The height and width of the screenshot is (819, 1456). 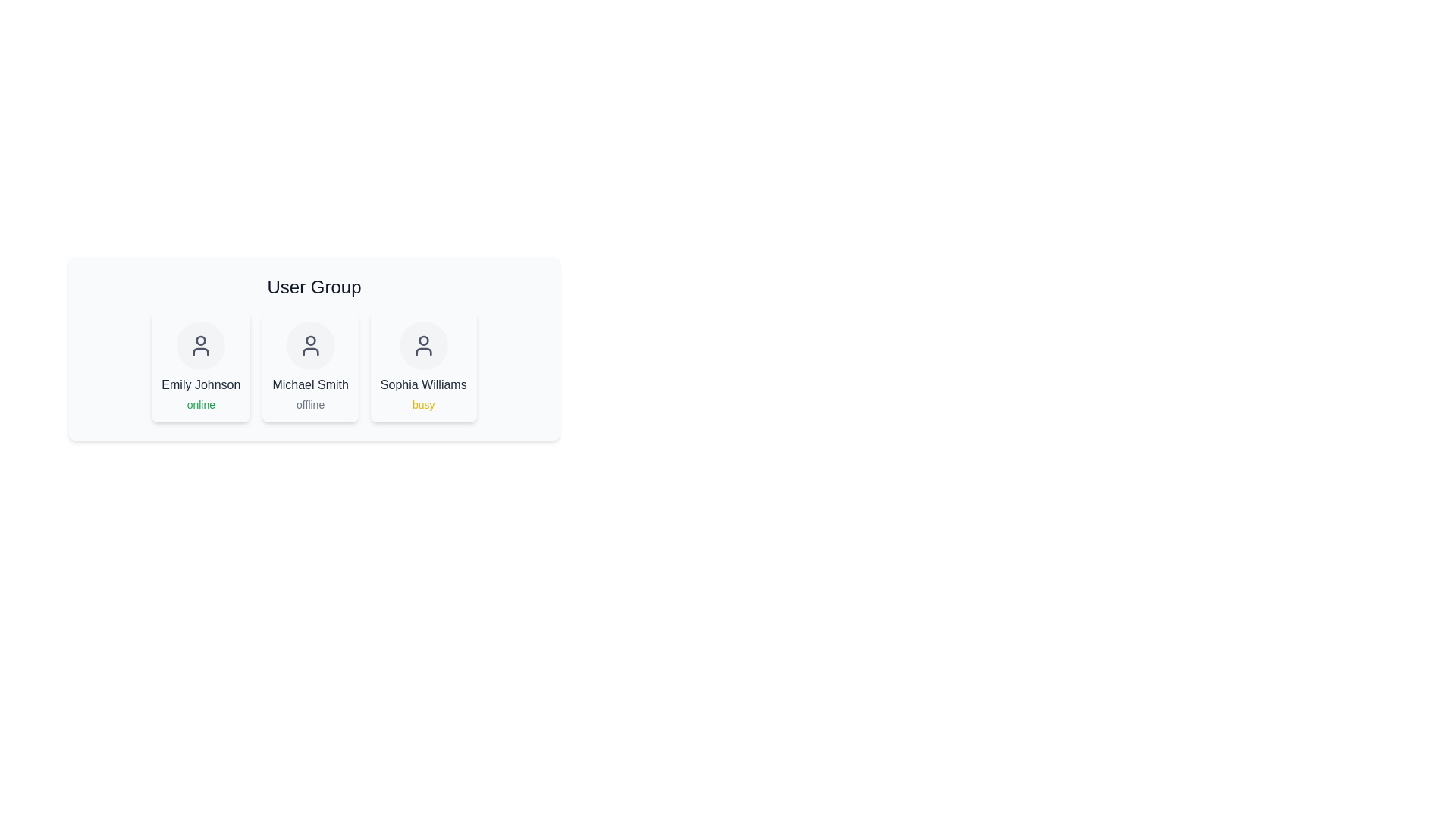 I want to click on the icon placeholder representing 'Sophia Williams' located at the top of her card with the 'busy' status, so click(x=423, y=345).